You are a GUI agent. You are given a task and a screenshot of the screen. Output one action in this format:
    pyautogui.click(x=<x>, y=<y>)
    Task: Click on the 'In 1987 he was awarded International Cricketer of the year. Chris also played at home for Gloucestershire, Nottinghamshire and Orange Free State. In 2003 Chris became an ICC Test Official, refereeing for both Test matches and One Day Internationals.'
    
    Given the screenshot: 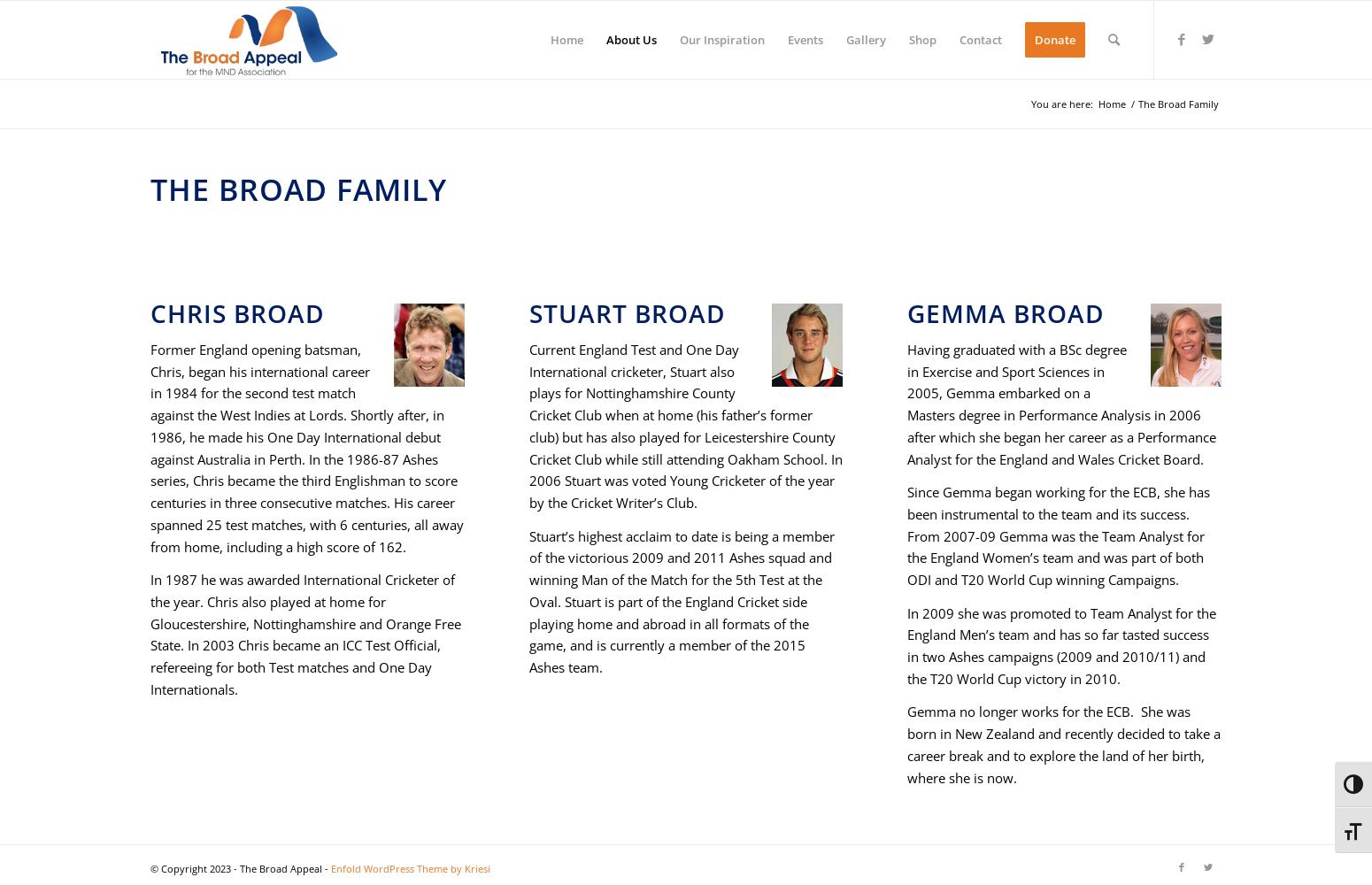 What is the action you would take?
    pyautogui.click(x=304, y=633)
    